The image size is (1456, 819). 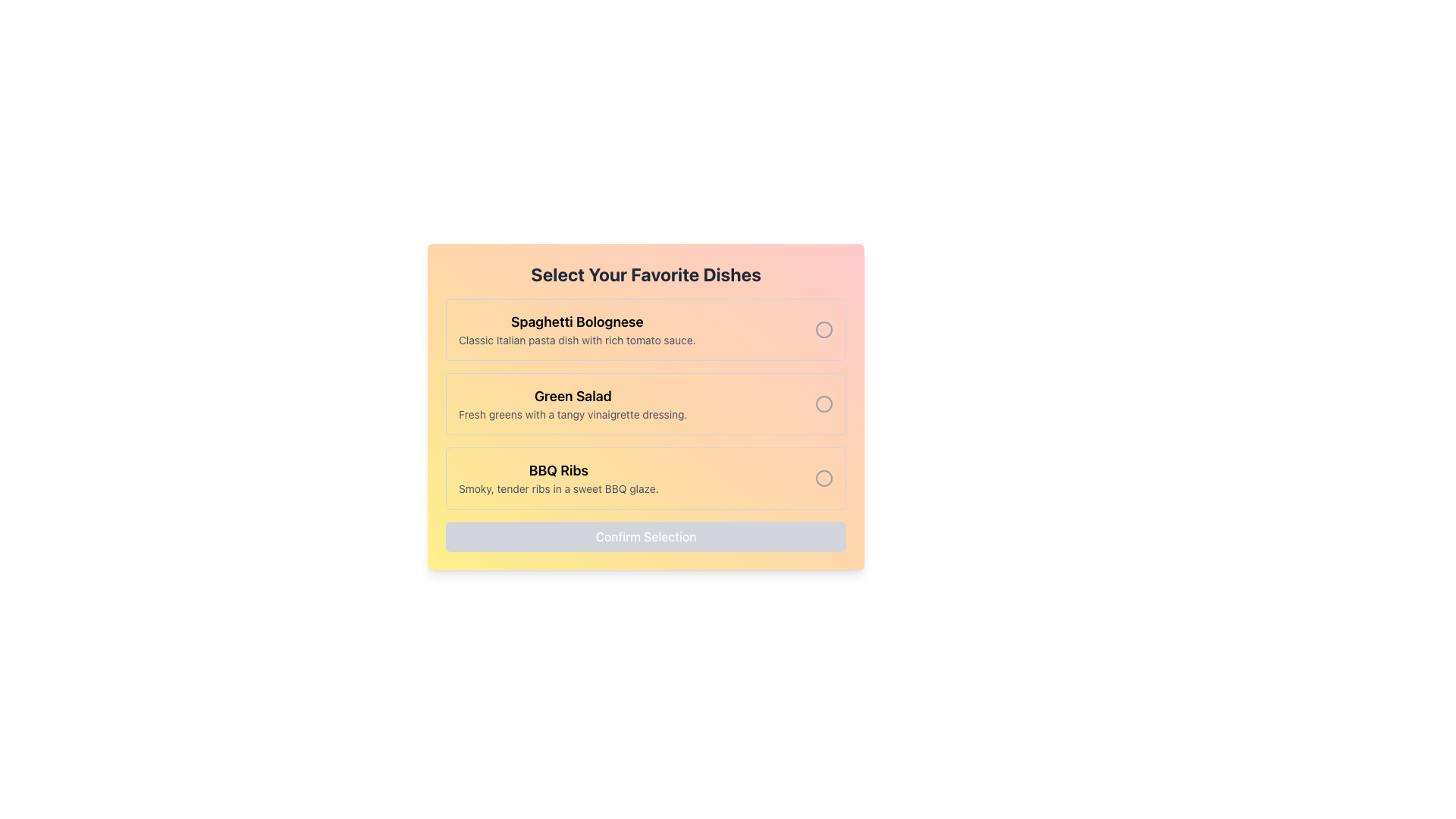 What do you see at coordinates (645, 479) in the screenshot?
I see `the radio button in the selectable card for the 'BBQ Ribs' dish` at bounding box center [645, 479].